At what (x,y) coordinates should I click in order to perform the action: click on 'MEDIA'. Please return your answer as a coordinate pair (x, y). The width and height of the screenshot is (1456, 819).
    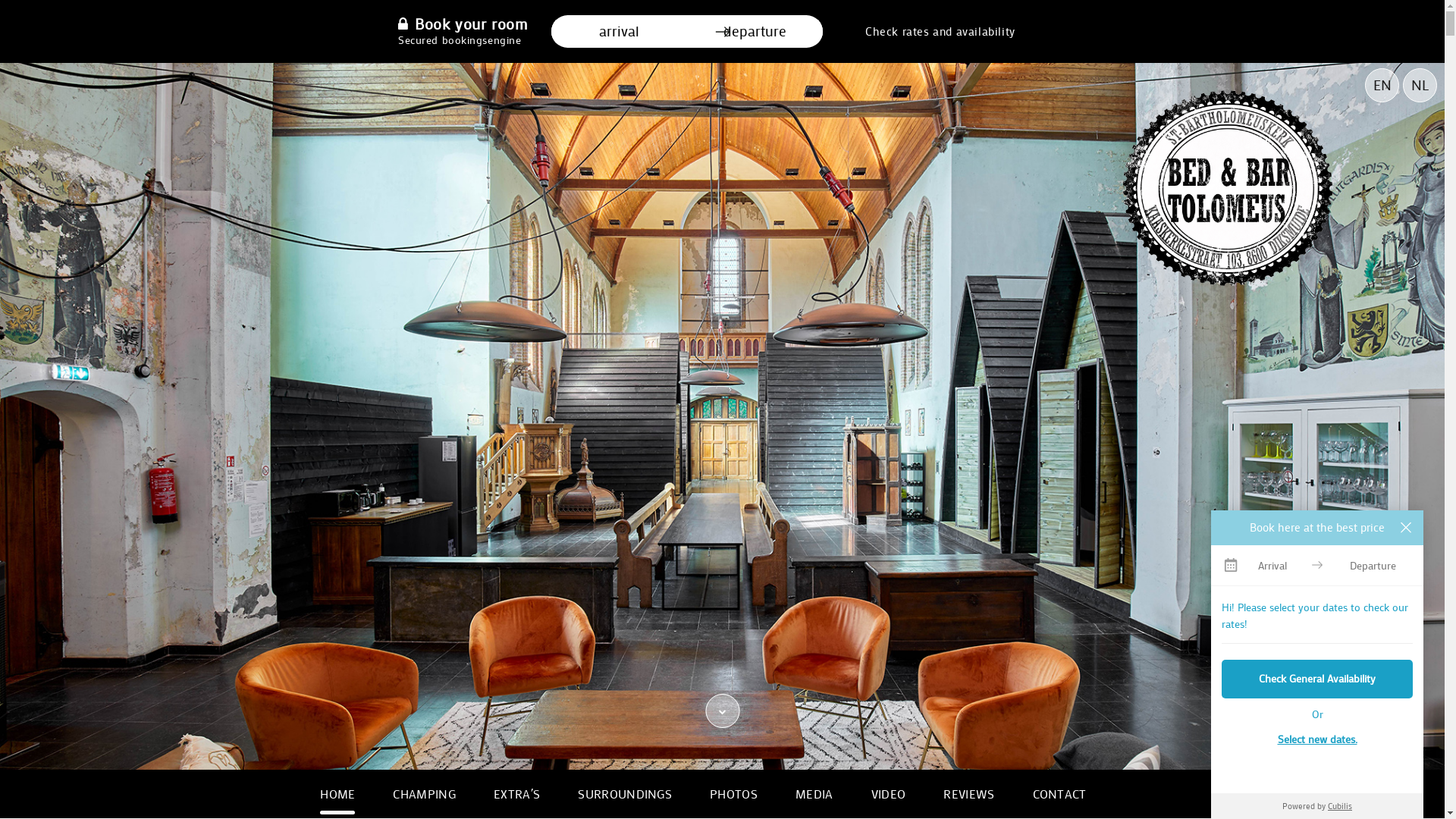
    Looking at the image, I should click on (814, 792).